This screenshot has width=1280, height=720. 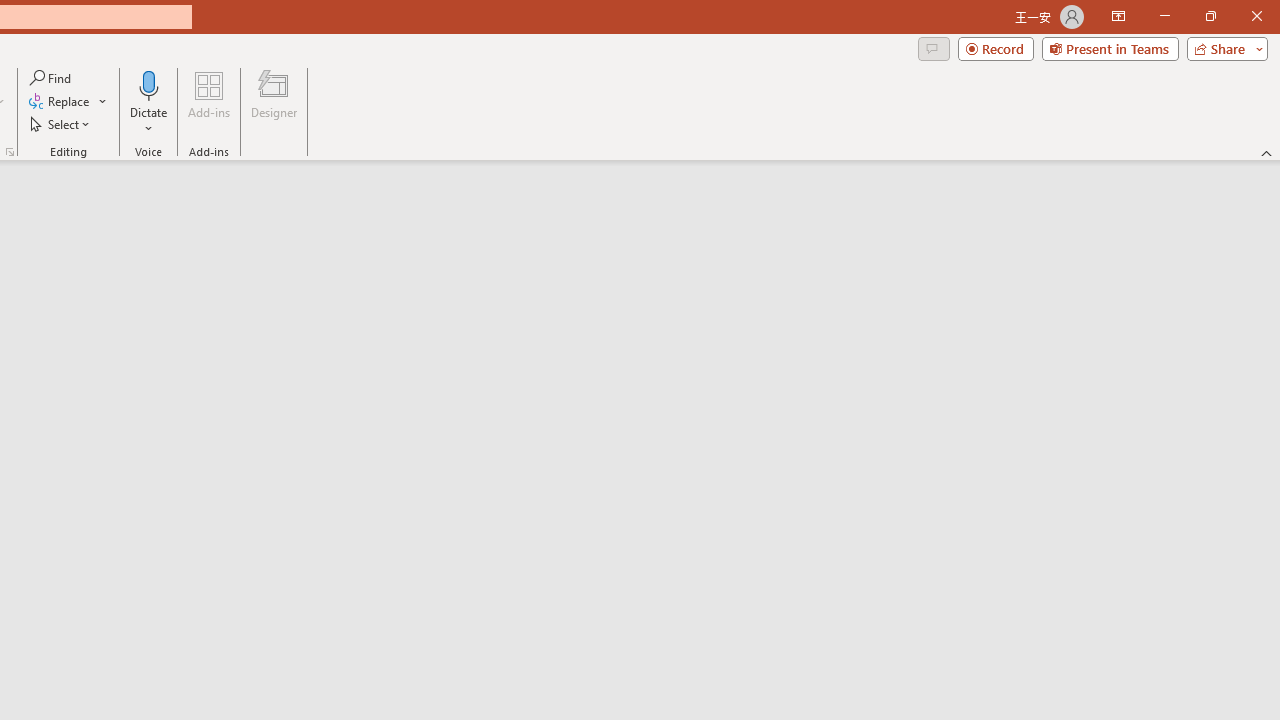 What do you see at coordinates (1164, 16) in the screenshot?
I see `'Minimize'` at bounding box center [1164, 16].